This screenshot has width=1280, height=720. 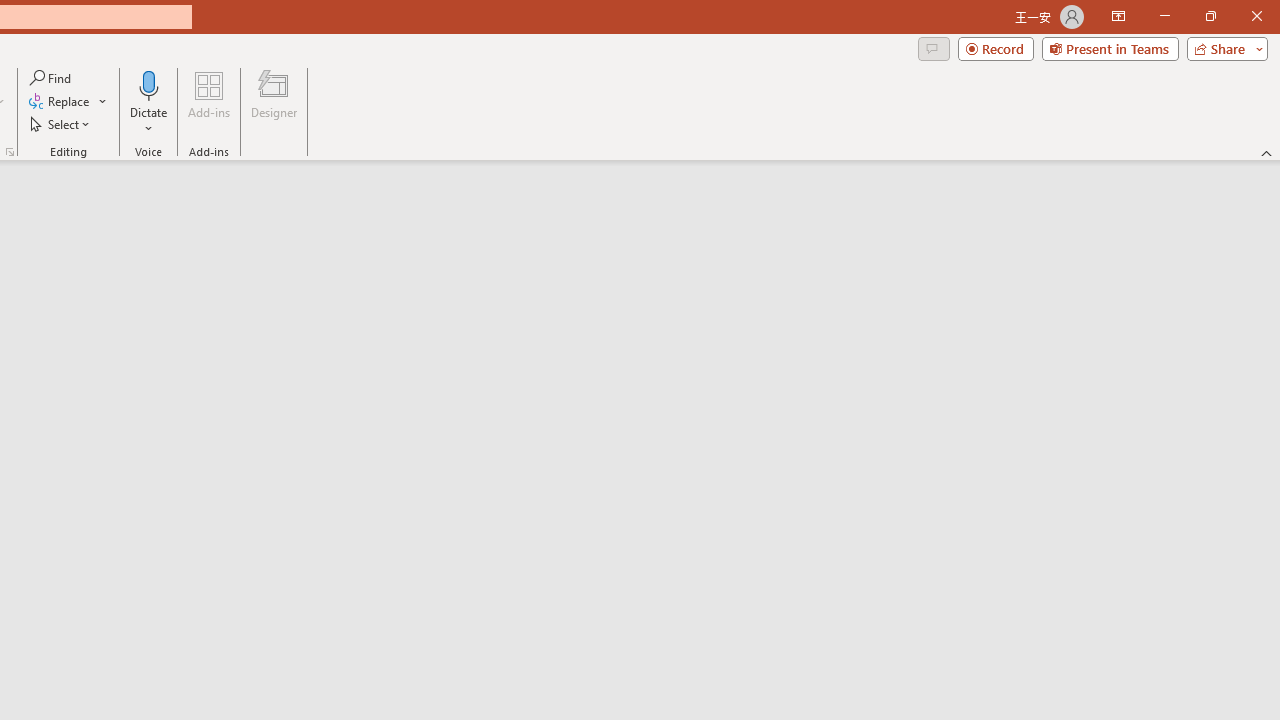 What do you see at coordinates (1164, 16) in the screenshot?
I see `'Minimize'` at bounding box center [1164, 16].